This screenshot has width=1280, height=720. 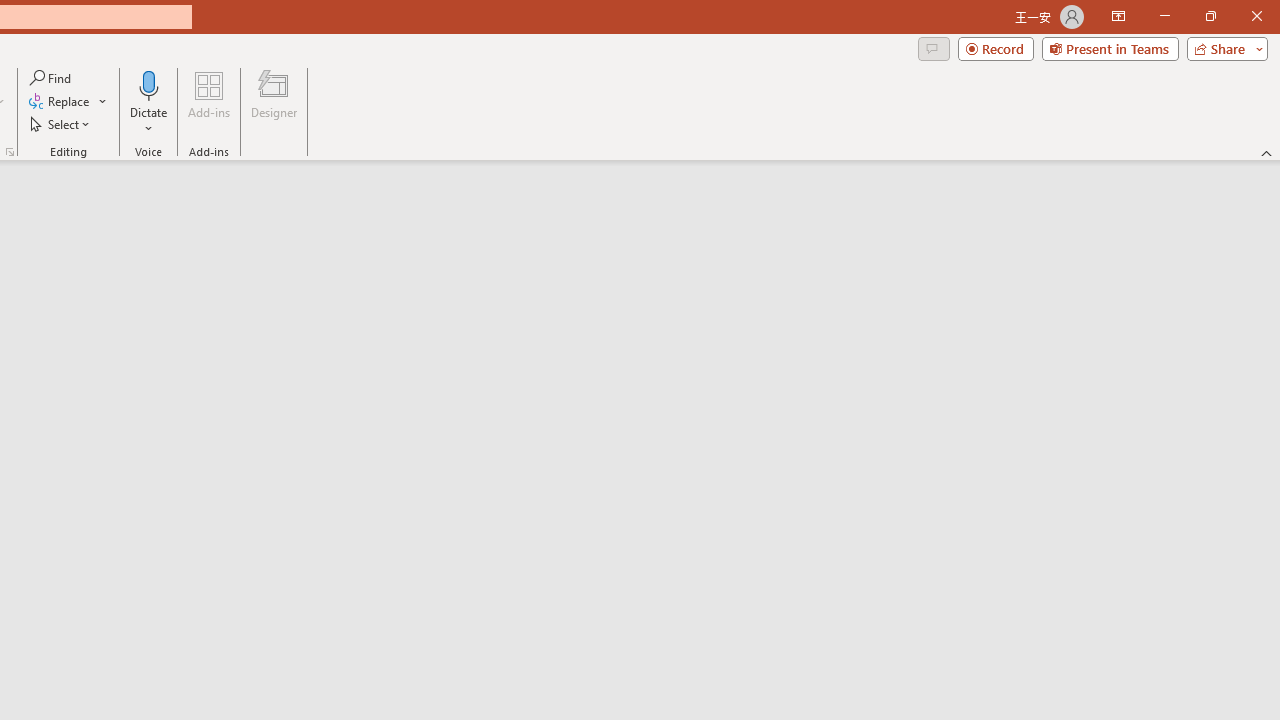 What do you see at coordinates (1164, 16) in the screenshot?
I see `'Minimize'` at bounding box center [1164, 16].